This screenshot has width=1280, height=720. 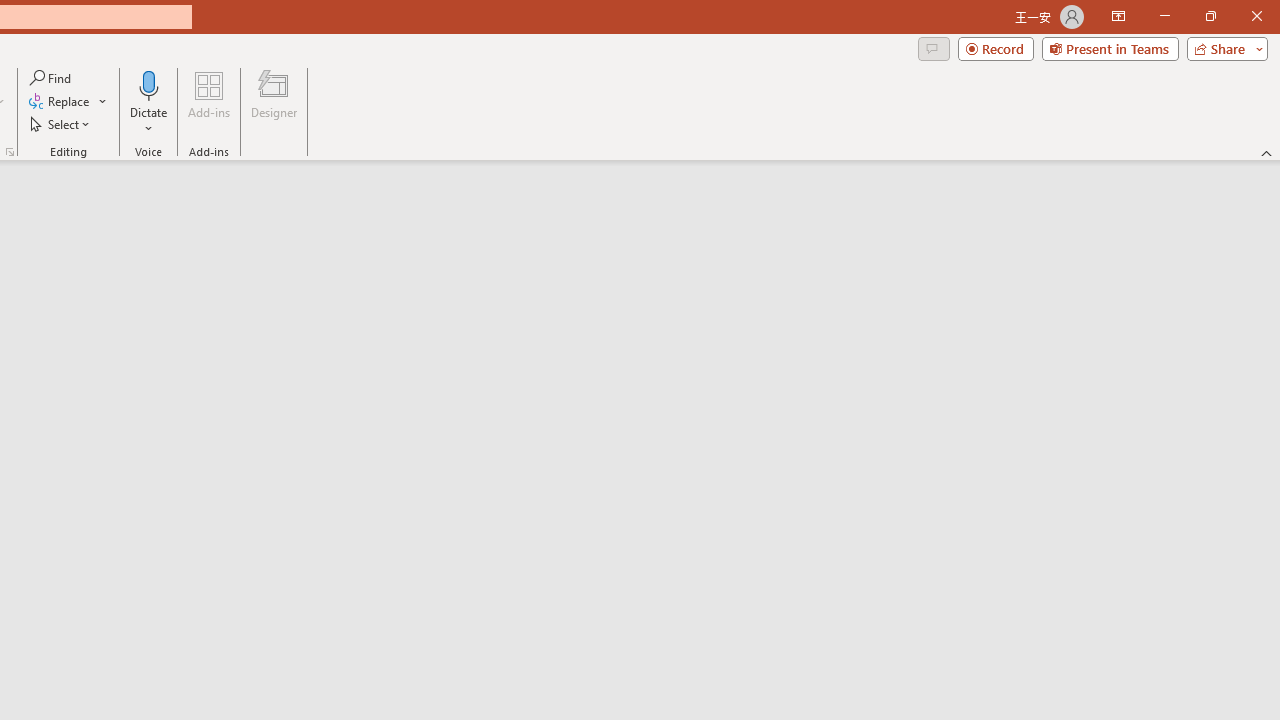 What do you see at coordinates (1164, 16) in the screenshot?
I see `'Minimize'` at bounding box center [1164, 16].